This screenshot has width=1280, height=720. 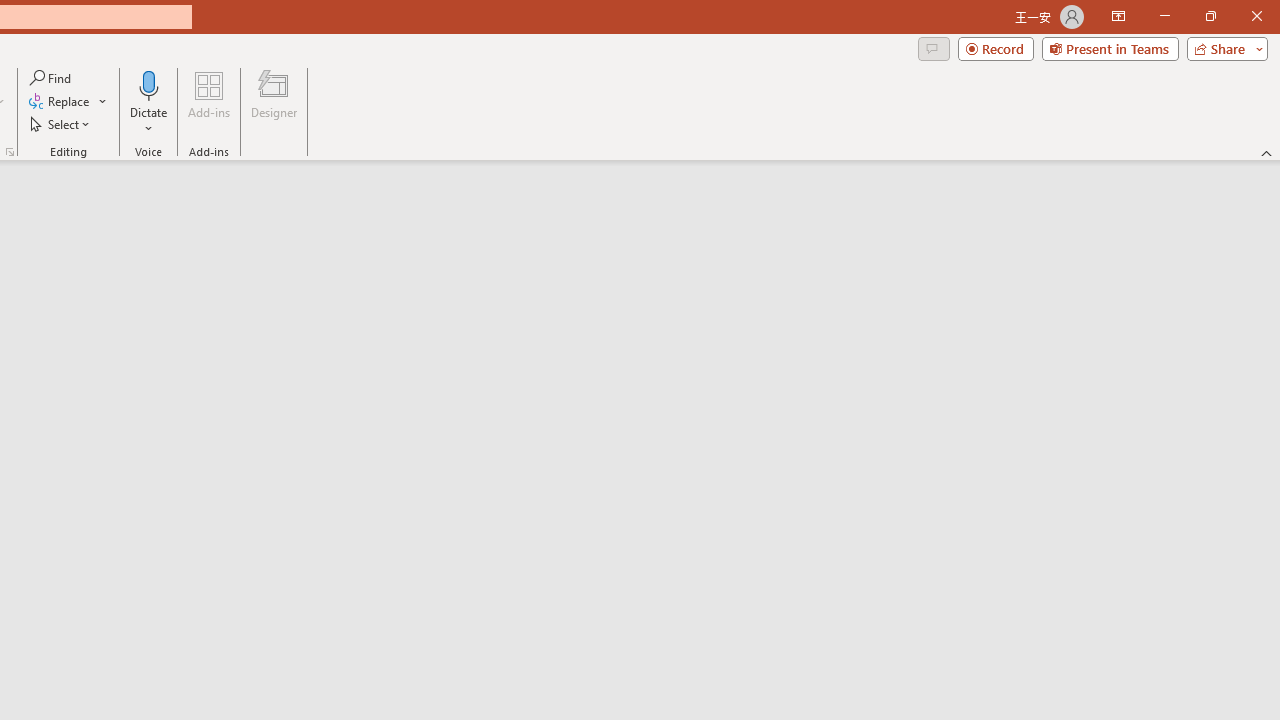 What do you see at coordinates (1164, 16) in the screenshot?
I see `'Minimize'` at bounding box center [1164, 16].